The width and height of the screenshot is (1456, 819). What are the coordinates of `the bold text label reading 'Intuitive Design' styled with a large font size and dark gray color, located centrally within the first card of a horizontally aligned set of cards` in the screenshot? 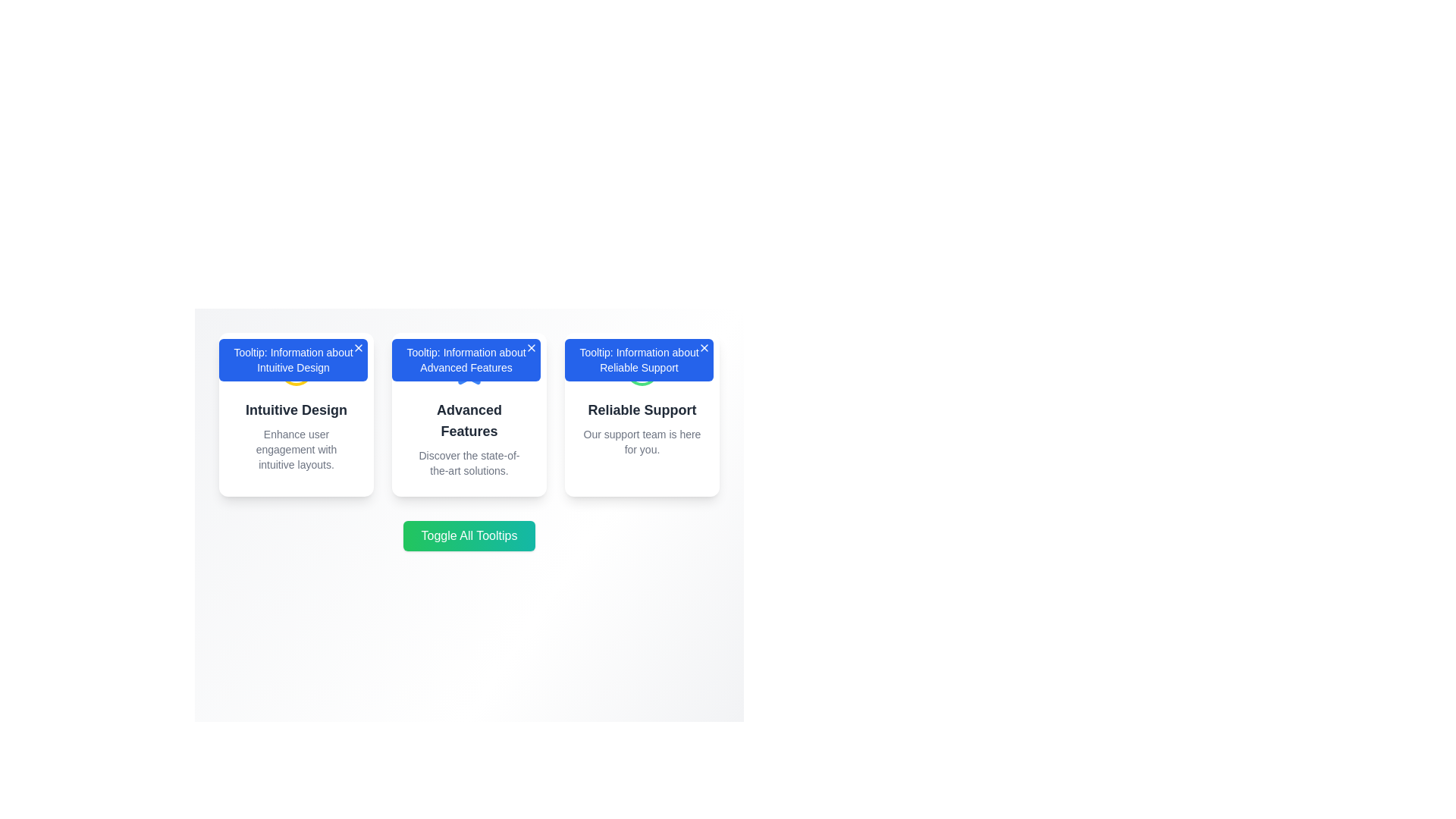 It's located at (296, 409).